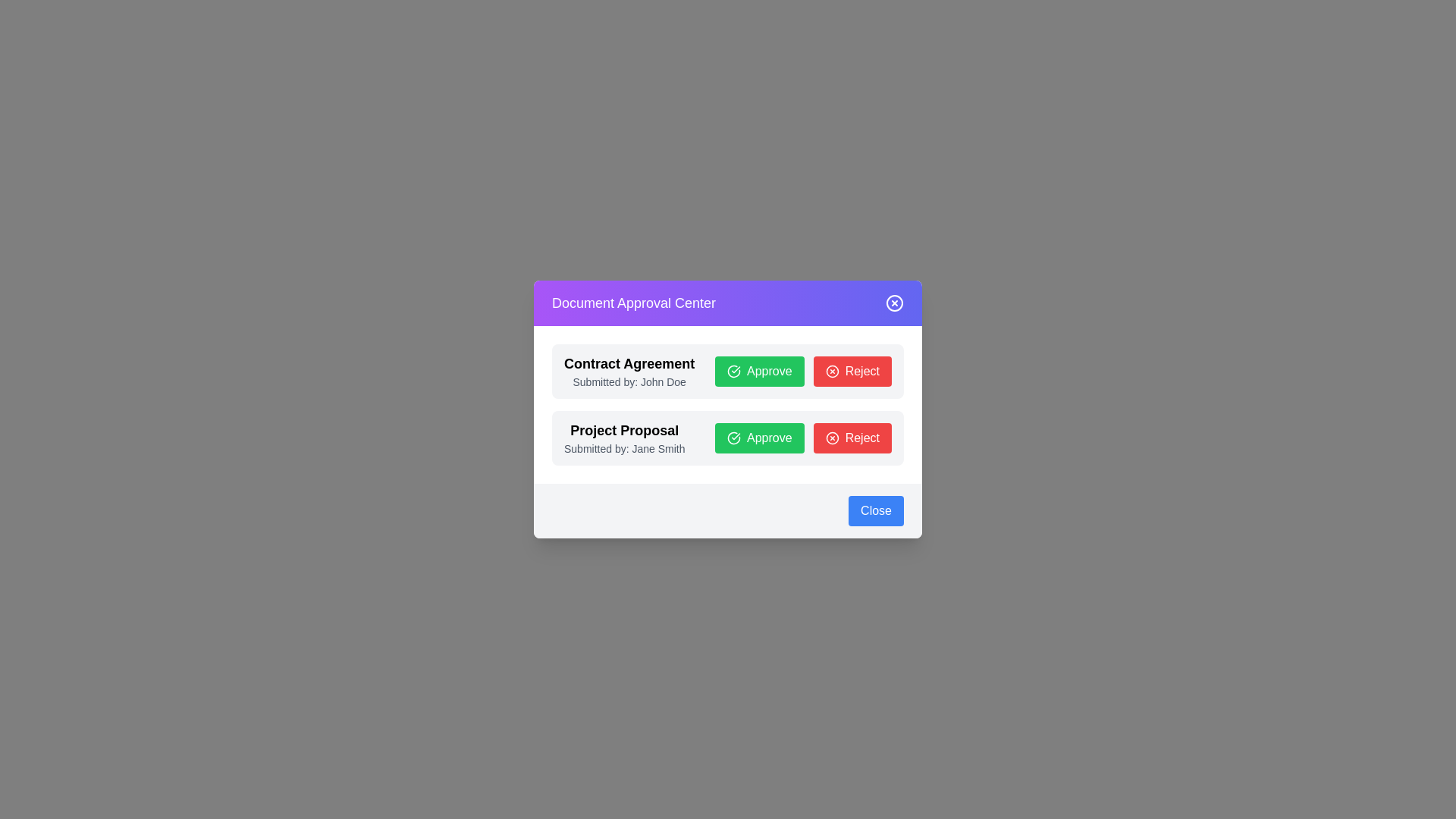 The height and width of the screenshot is (819, 1456). What do you see at coordinates (831, 438) in the screenshot?
I see `the circular close button icon located in the top-right corner of the 'Document Approval Center' header, which is part of an SVG graphic` at bounding box center [831, 438].